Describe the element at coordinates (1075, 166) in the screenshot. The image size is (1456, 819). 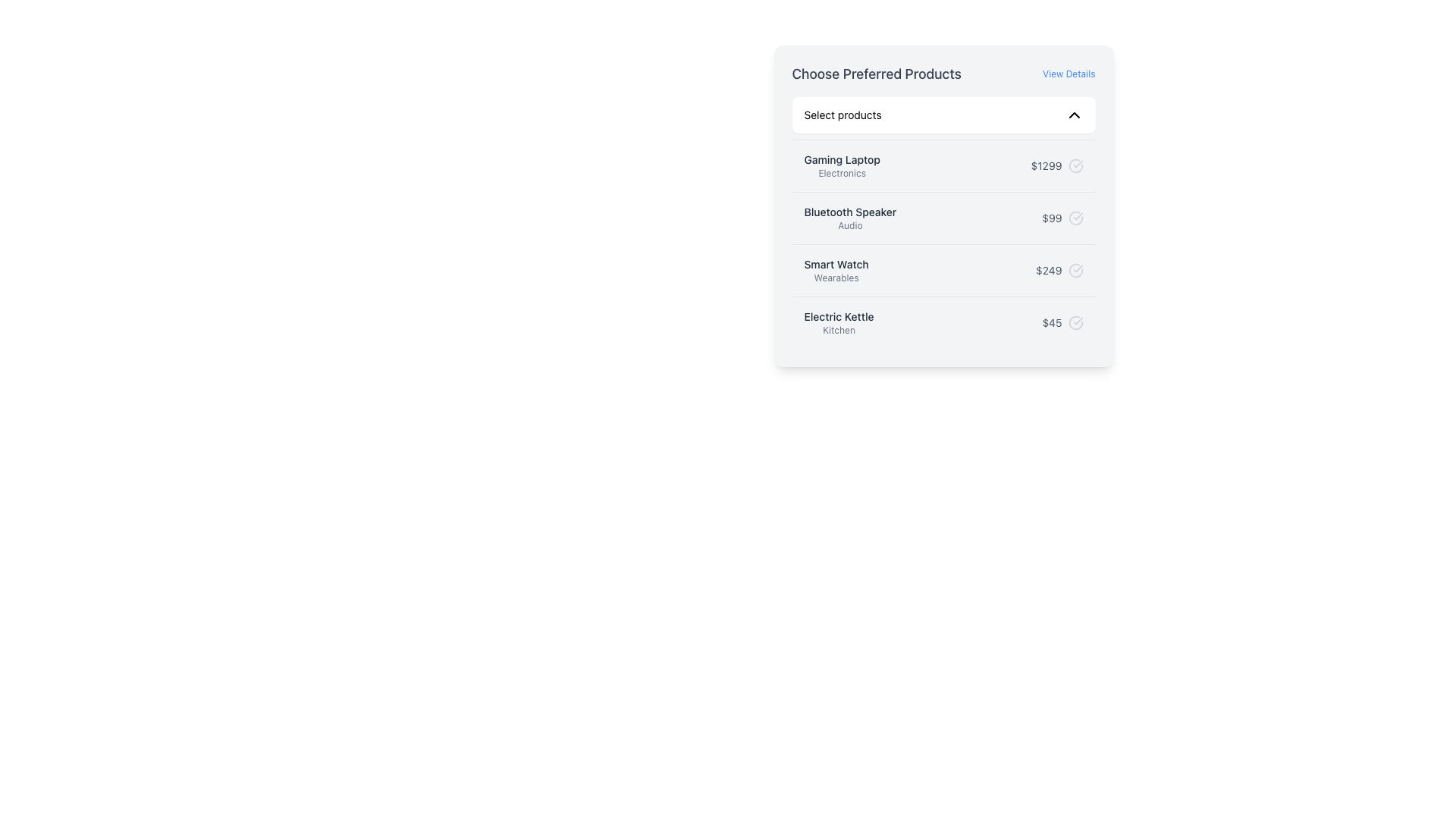
I see `the status indicator icon for the 'Gaming Laptop'` at that location.